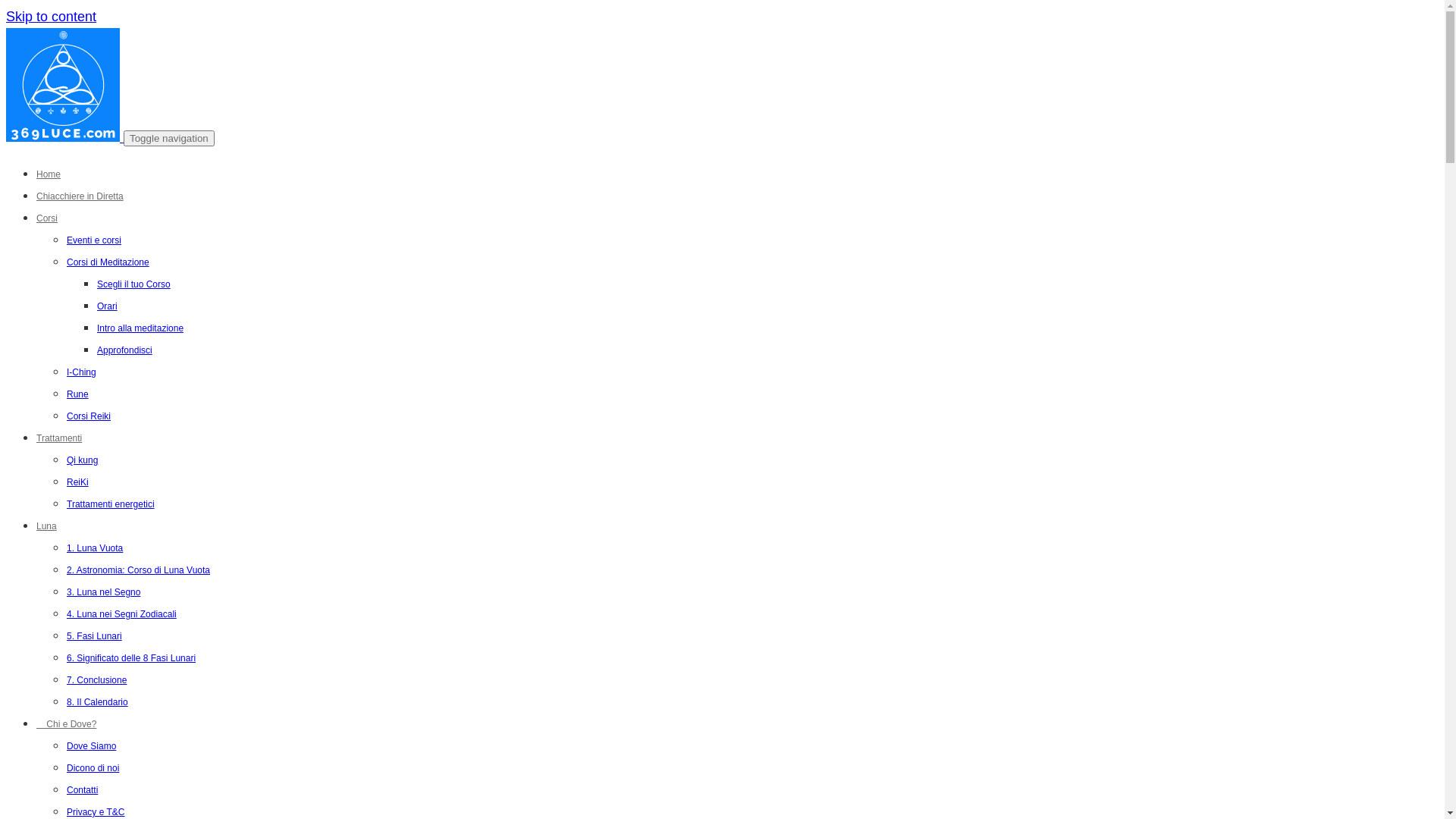 The image size is (1456, 819). Describe the element at coordinates (61, 84) in the screenshot. I see `'3 6 9 Luce'` at that location.